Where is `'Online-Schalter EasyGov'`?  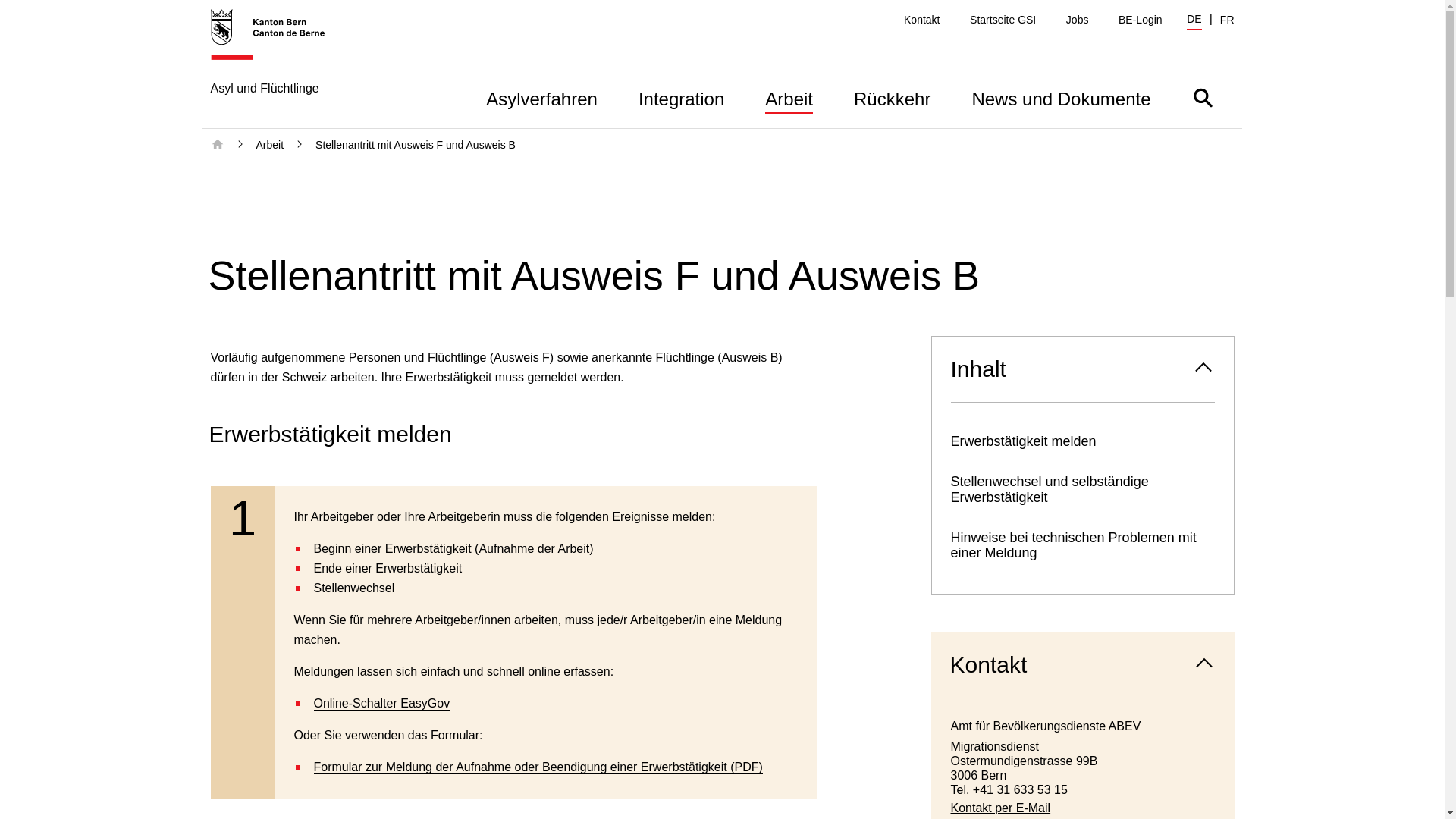
'Online-Schalter EasyGov' is located at coordinates (382, 704).